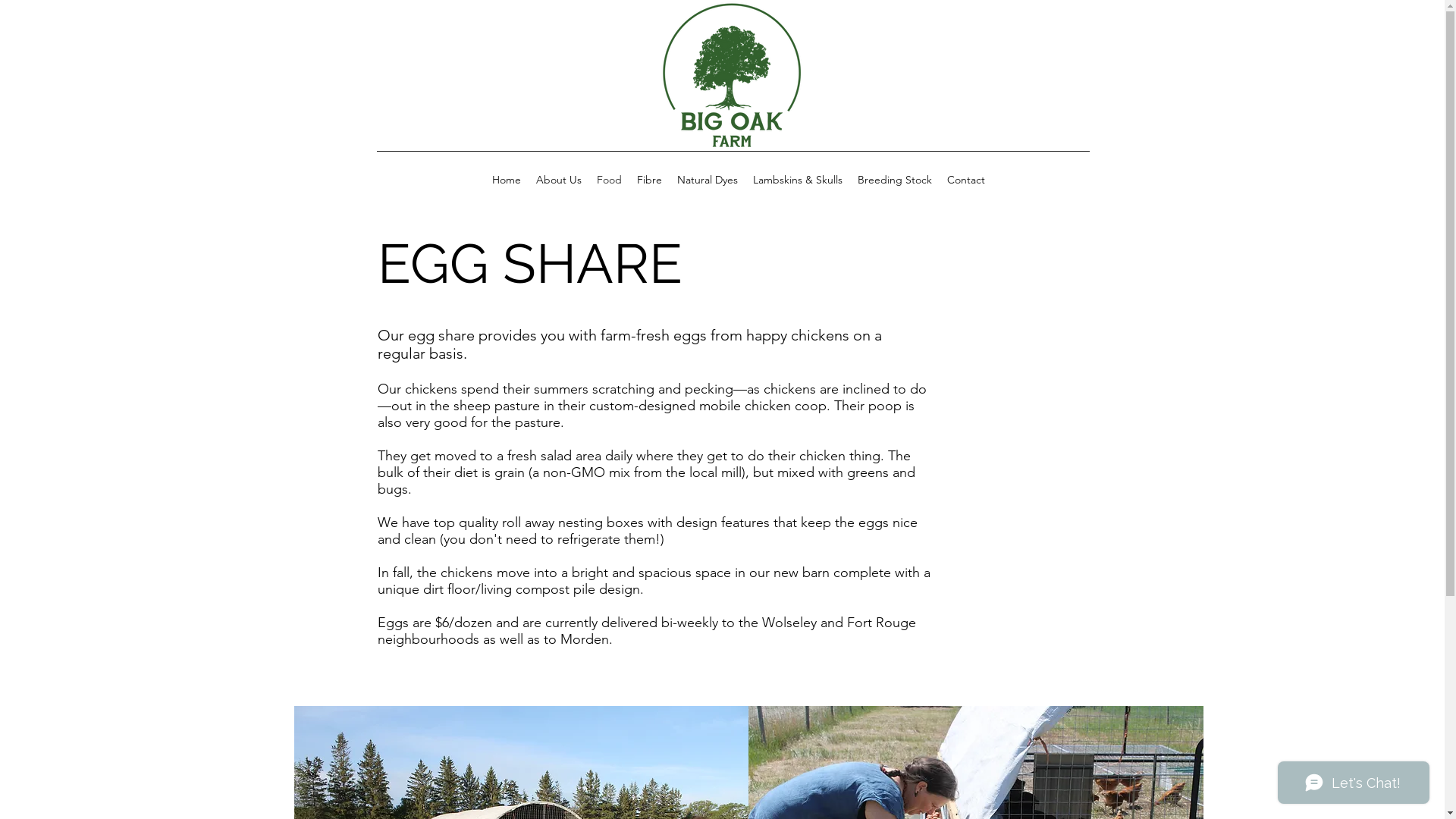  What do you see at coordinates (668, 178) in the screenshot?
I see `'Natural Dyes'` at bounding box center [668, 178].